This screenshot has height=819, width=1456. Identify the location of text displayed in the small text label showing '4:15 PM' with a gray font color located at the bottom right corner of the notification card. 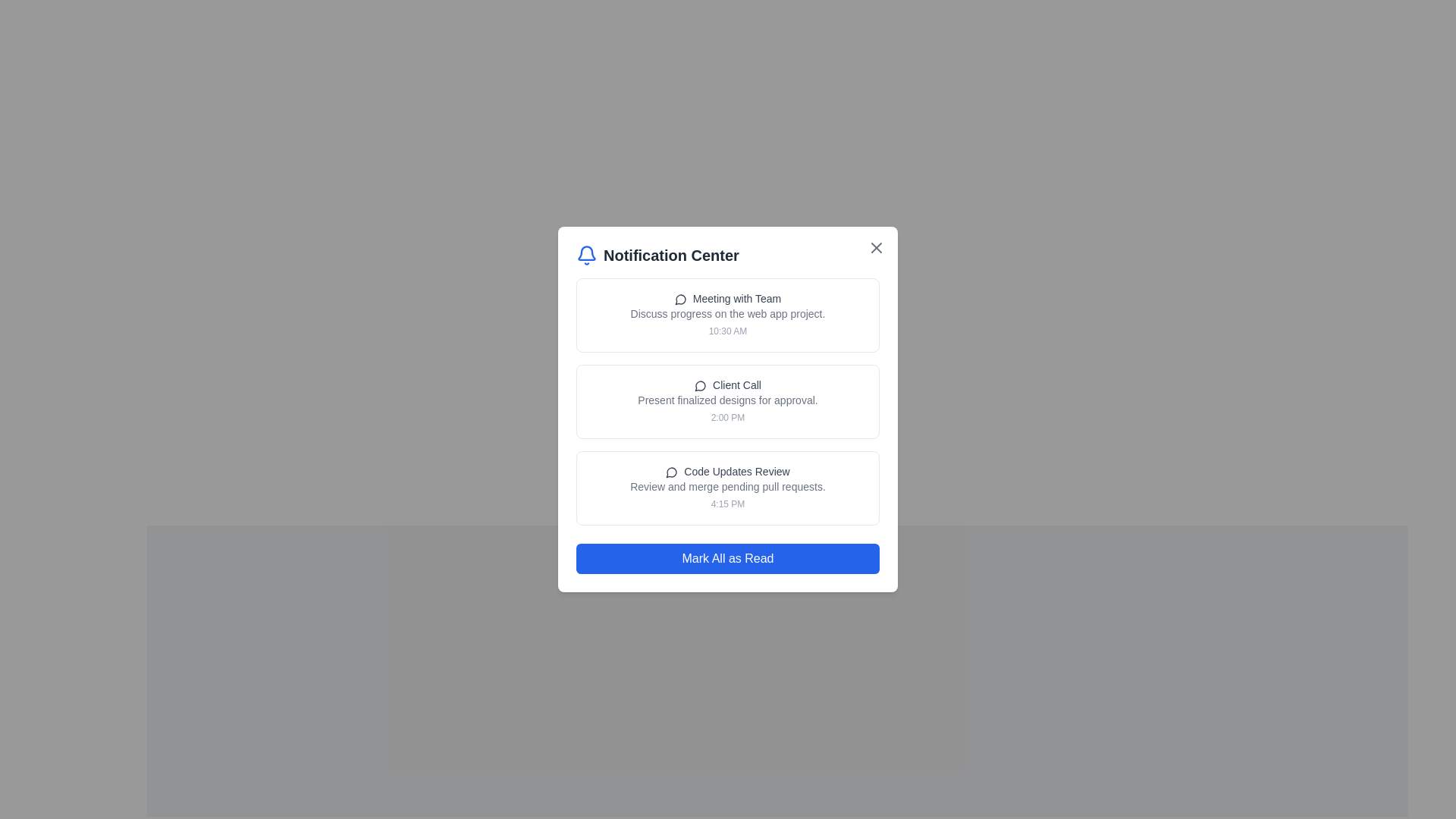
(728, 504).